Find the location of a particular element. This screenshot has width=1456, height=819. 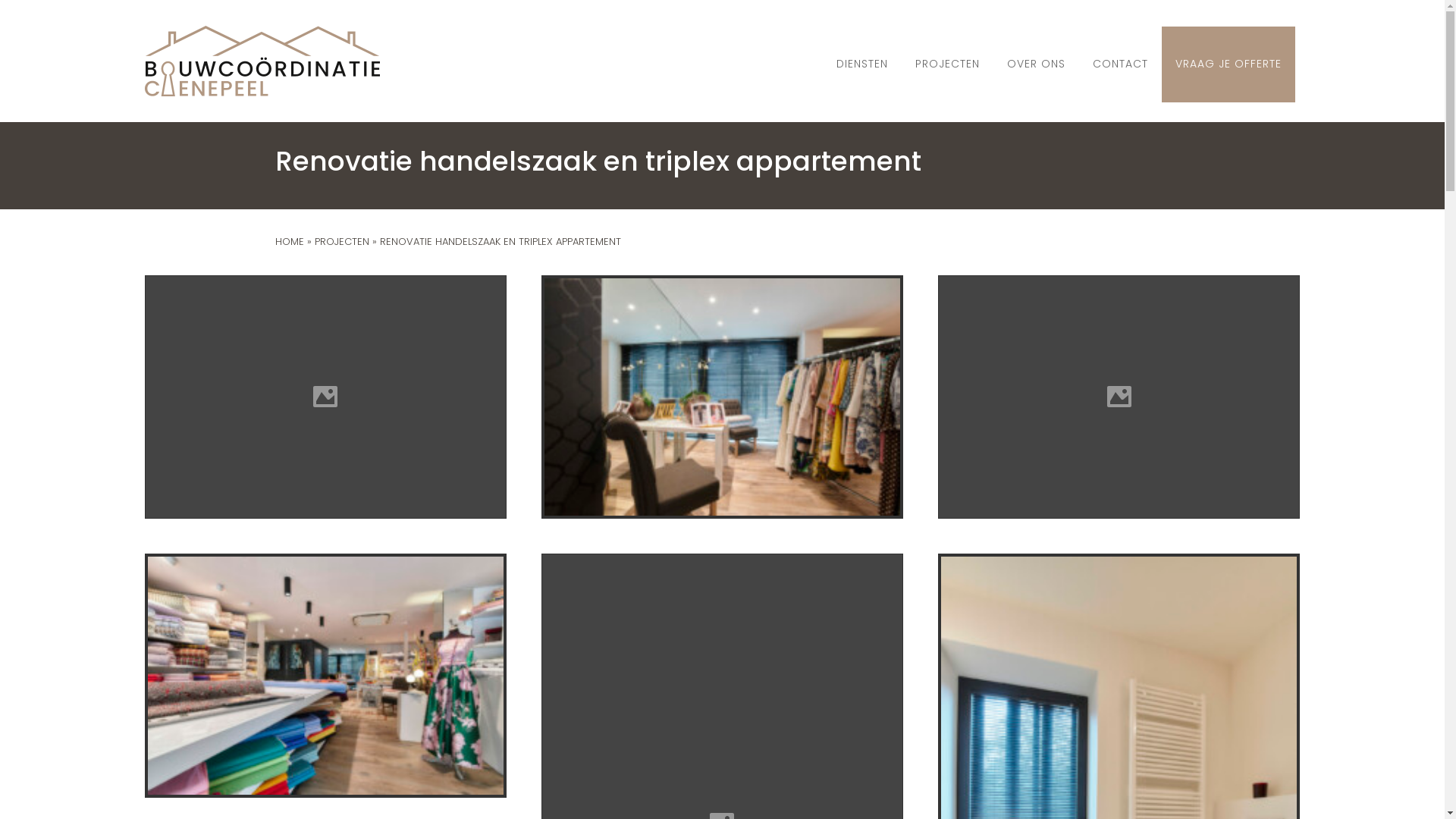

'HOME' is located at coordinates (288, 240).